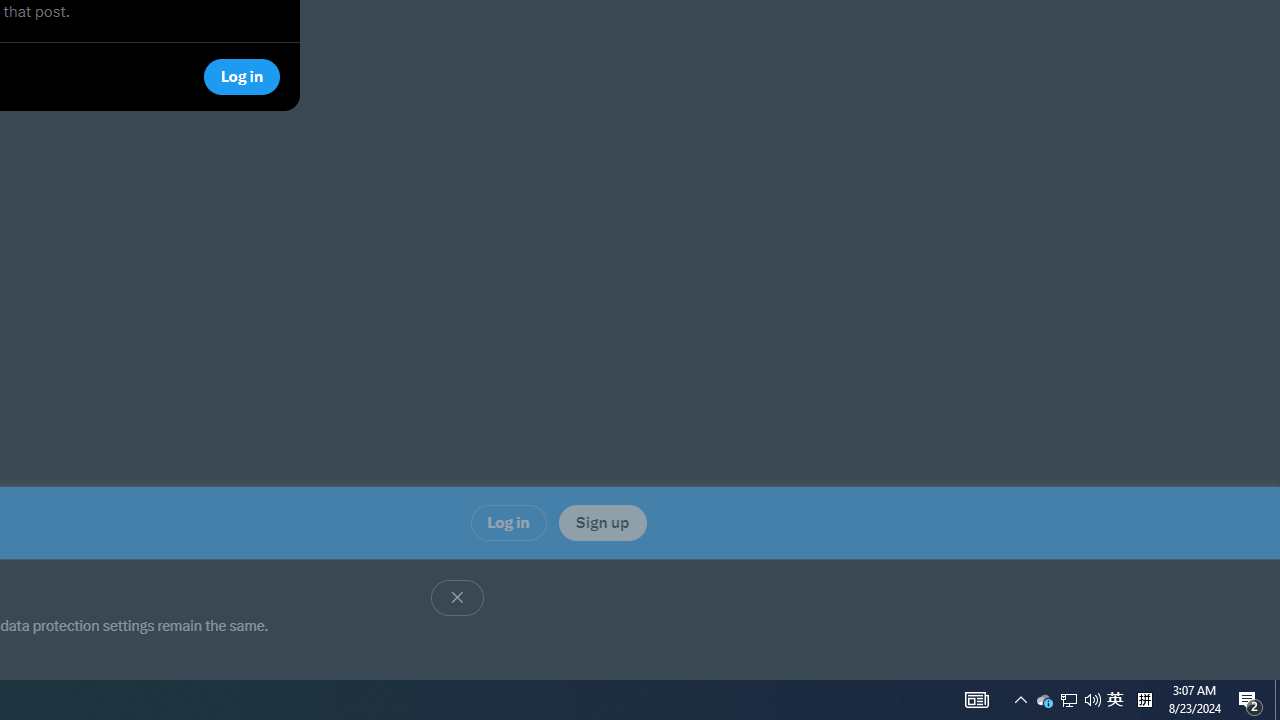 The width and height of the screenshot is (1280, 720). Describe the element at coordinates (508, 521) in the screenshot. I see `'Log in'` at that location.